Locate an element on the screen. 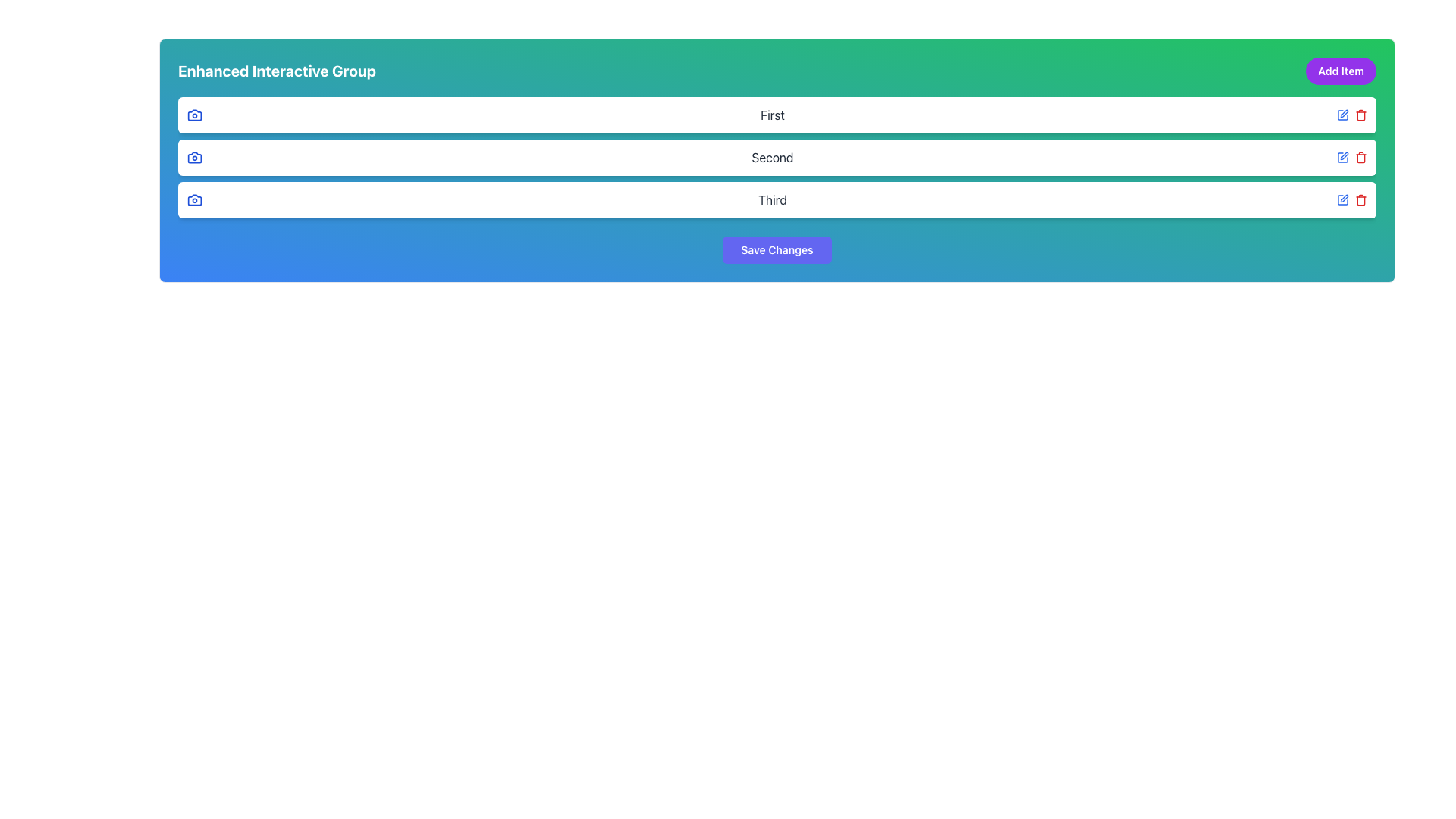 This screenshot has height=819, width=1456. the 'Add Item' button located in the top-right corner of the 'Enhanced Interactive Group' header is located at coordinates (1341, 71).